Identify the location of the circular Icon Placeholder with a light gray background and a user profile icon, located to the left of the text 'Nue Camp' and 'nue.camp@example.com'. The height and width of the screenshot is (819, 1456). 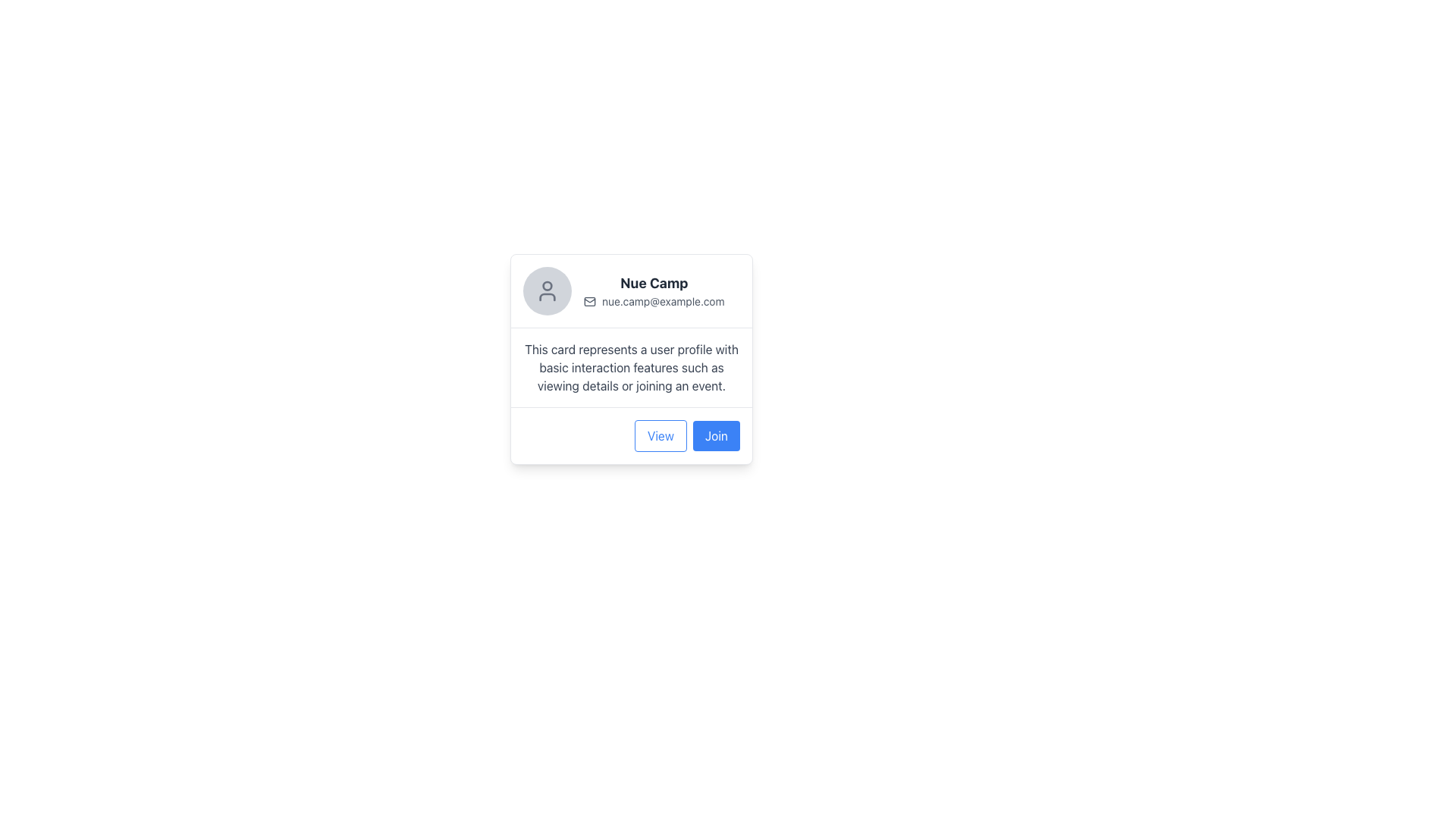
(546, 291).